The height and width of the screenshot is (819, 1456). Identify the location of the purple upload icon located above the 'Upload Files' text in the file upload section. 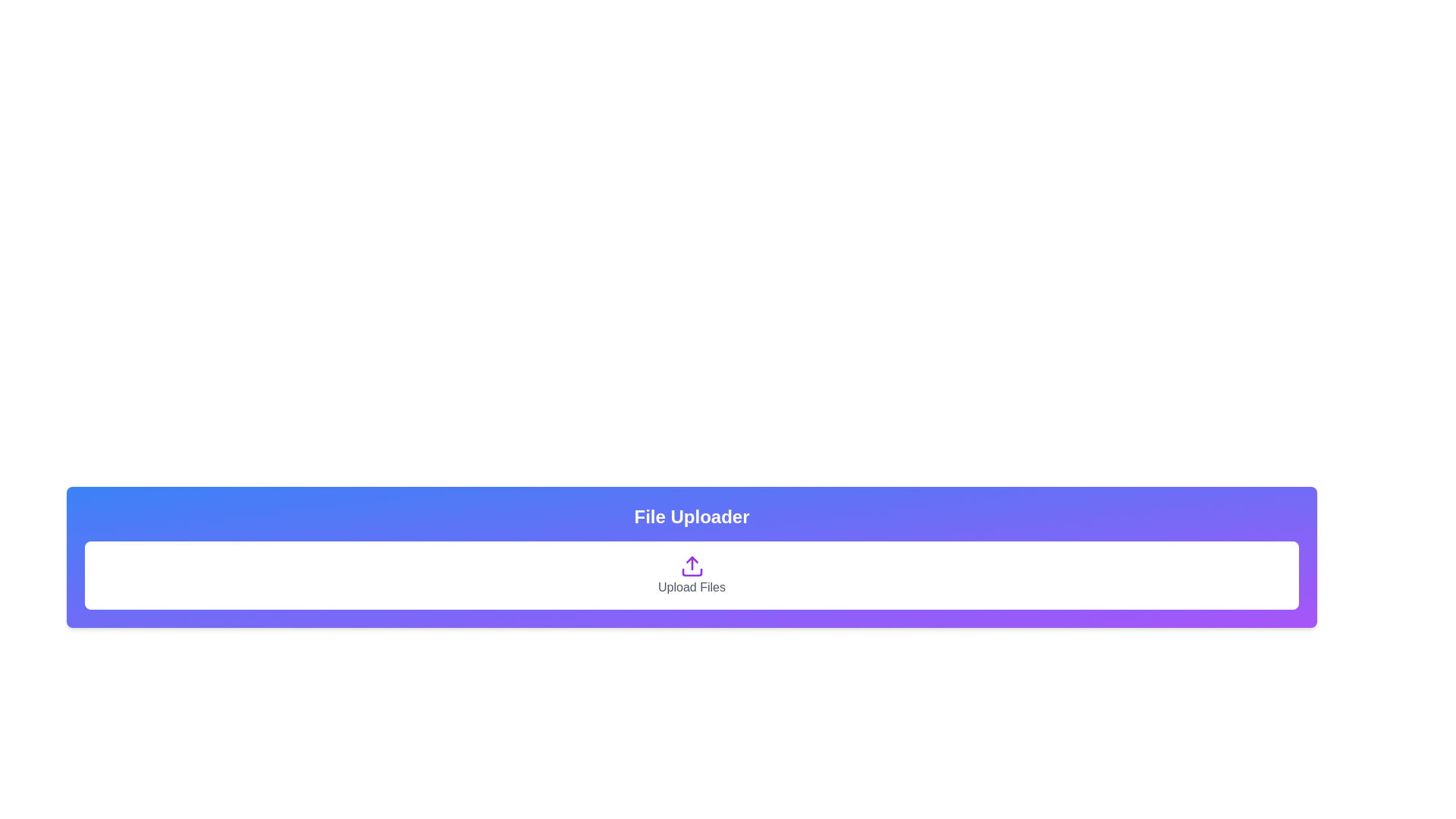
(691, 566).